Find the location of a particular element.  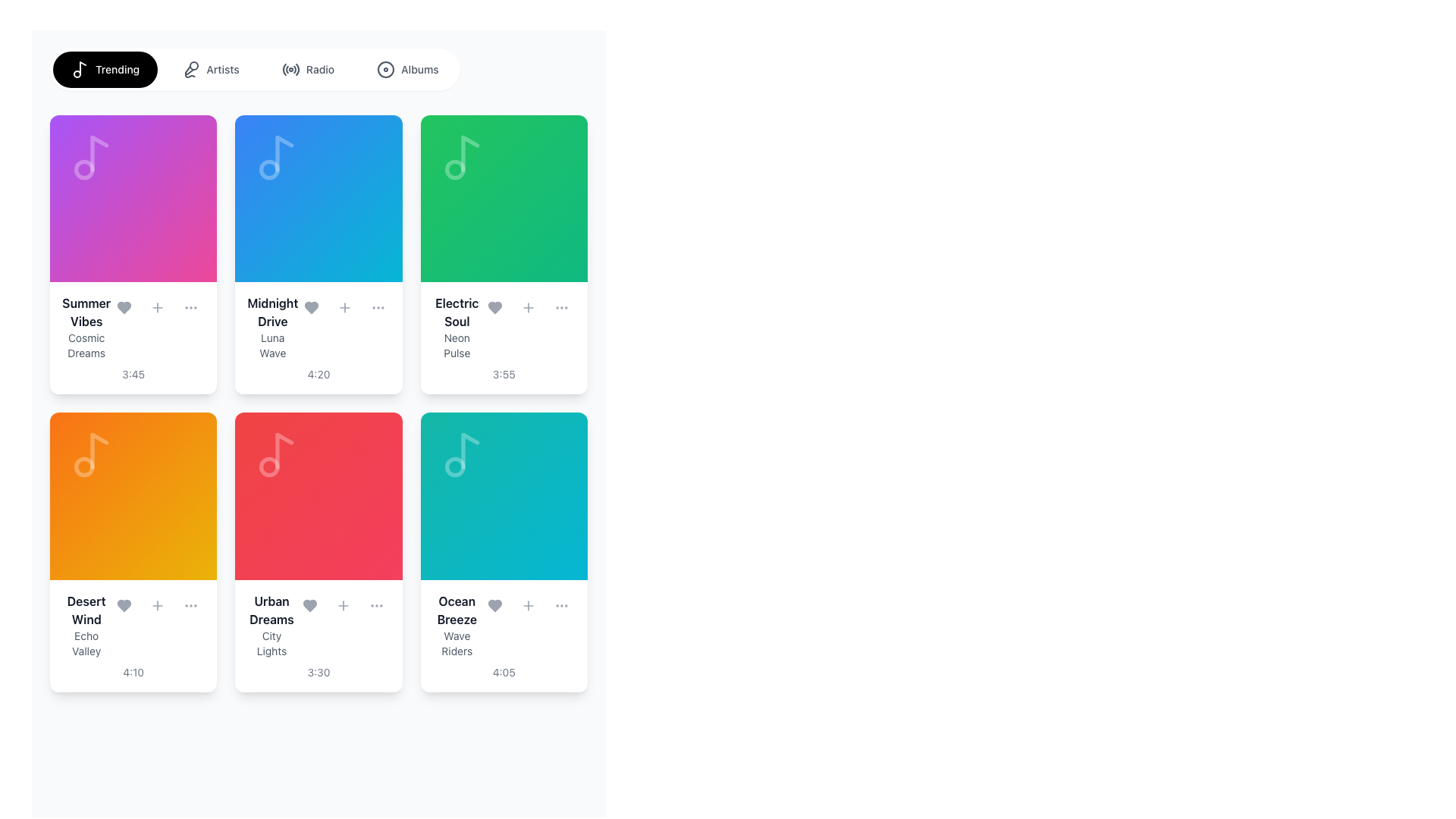

the heart-shaped icon to favorite the 'Electric Soul' song, located in the second card on the first row of music tracks, to the left of the '+' (add) element is located at coordinates (494, 307).